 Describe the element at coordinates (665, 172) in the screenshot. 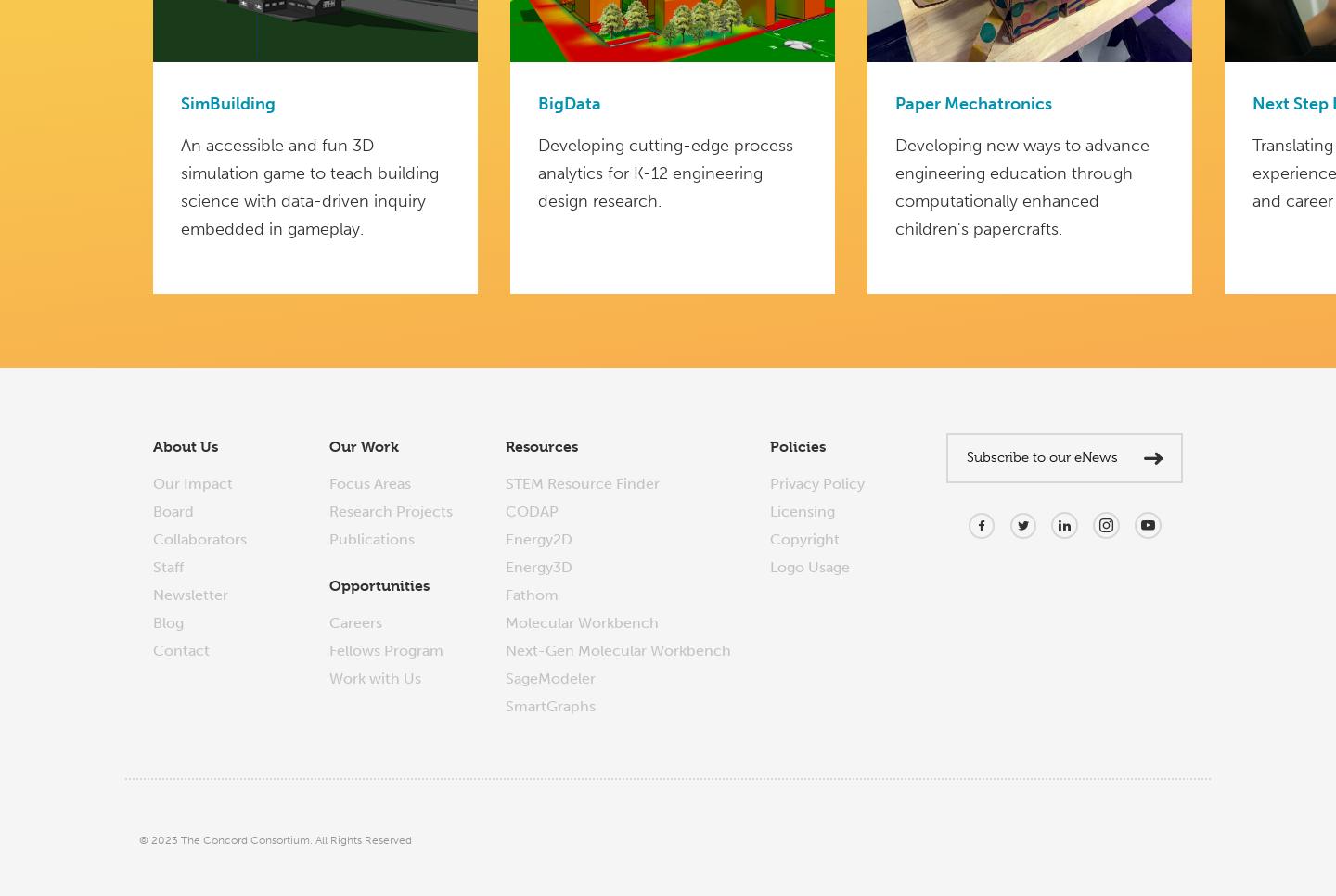

I see `'Developing cutting-edge process analytics for K-12 engineering design research.'` at that location.